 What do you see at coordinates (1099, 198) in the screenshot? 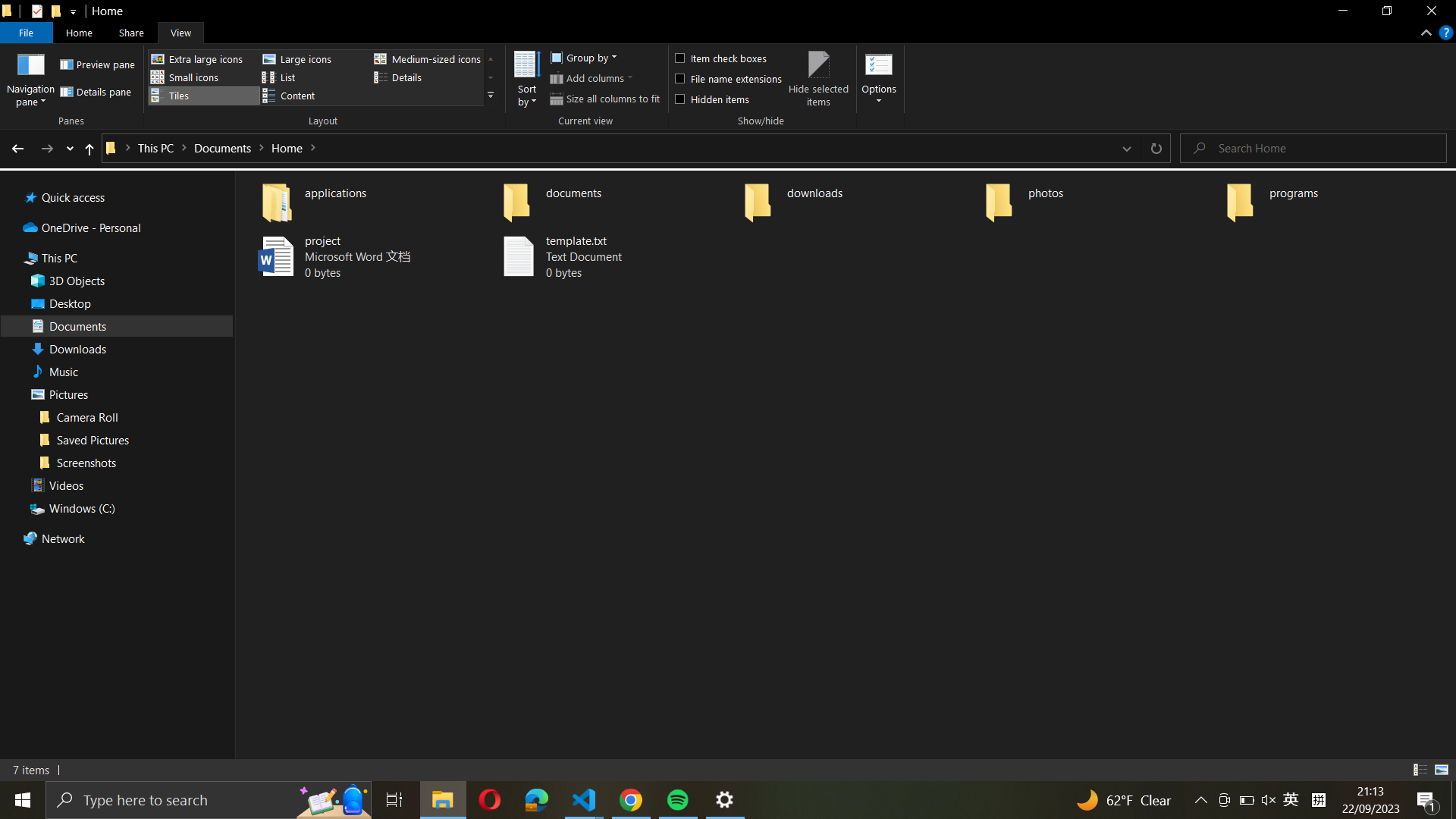
I see `the "photos" folder and create a new folder named "vacation` at bounding box center [1099, 198].